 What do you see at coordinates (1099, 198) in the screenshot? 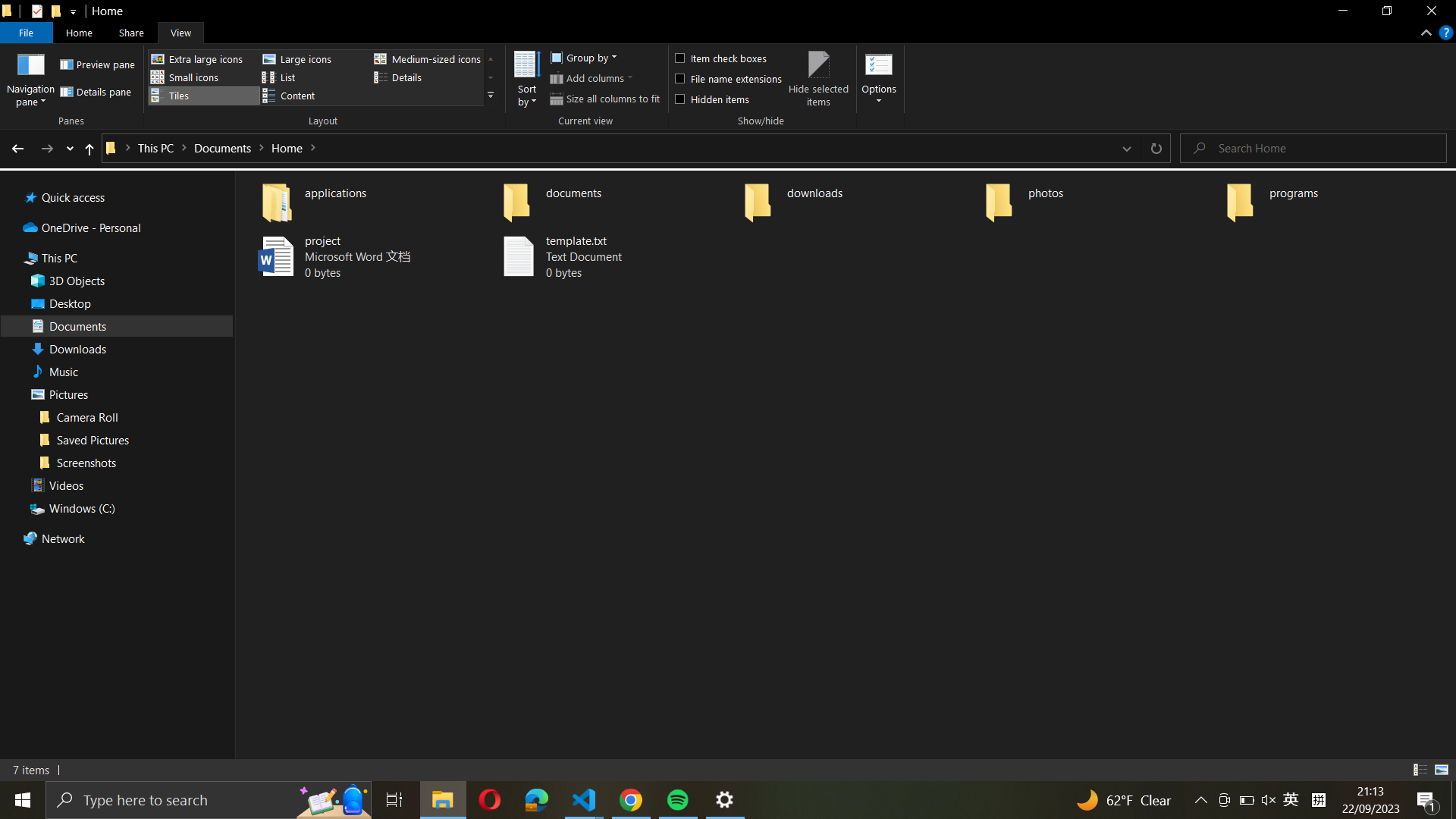
I see `the "photos" folder and create a new folder named "vacation` at bounding box center [1099, 198].